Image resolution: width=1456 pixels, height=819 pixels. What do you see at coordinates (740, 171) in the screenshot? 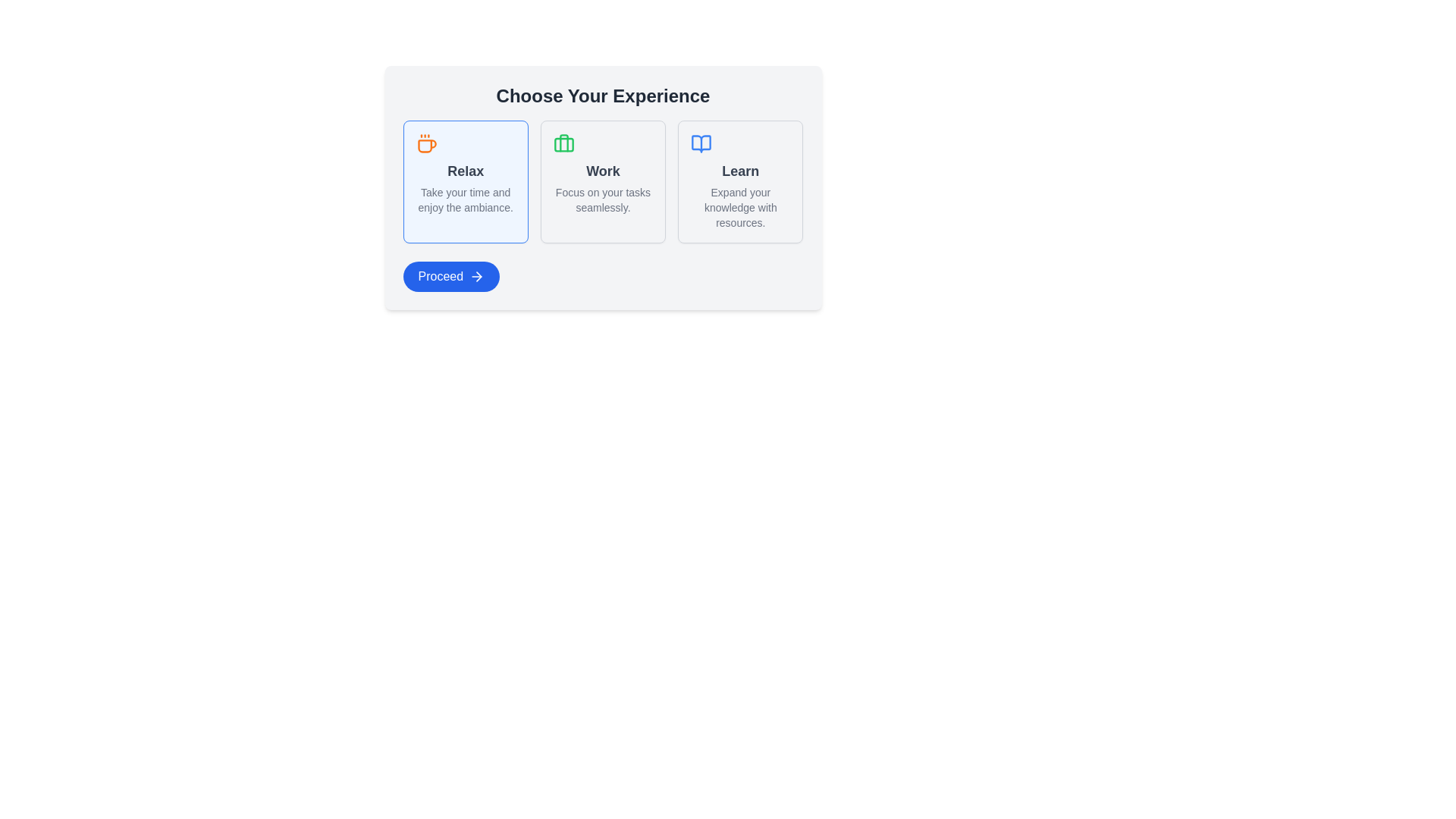
I see `the text label displaying 'Learn' in bold, large gray font located at the top-right of the 'Learn' card` at bounding box center [740, 171].